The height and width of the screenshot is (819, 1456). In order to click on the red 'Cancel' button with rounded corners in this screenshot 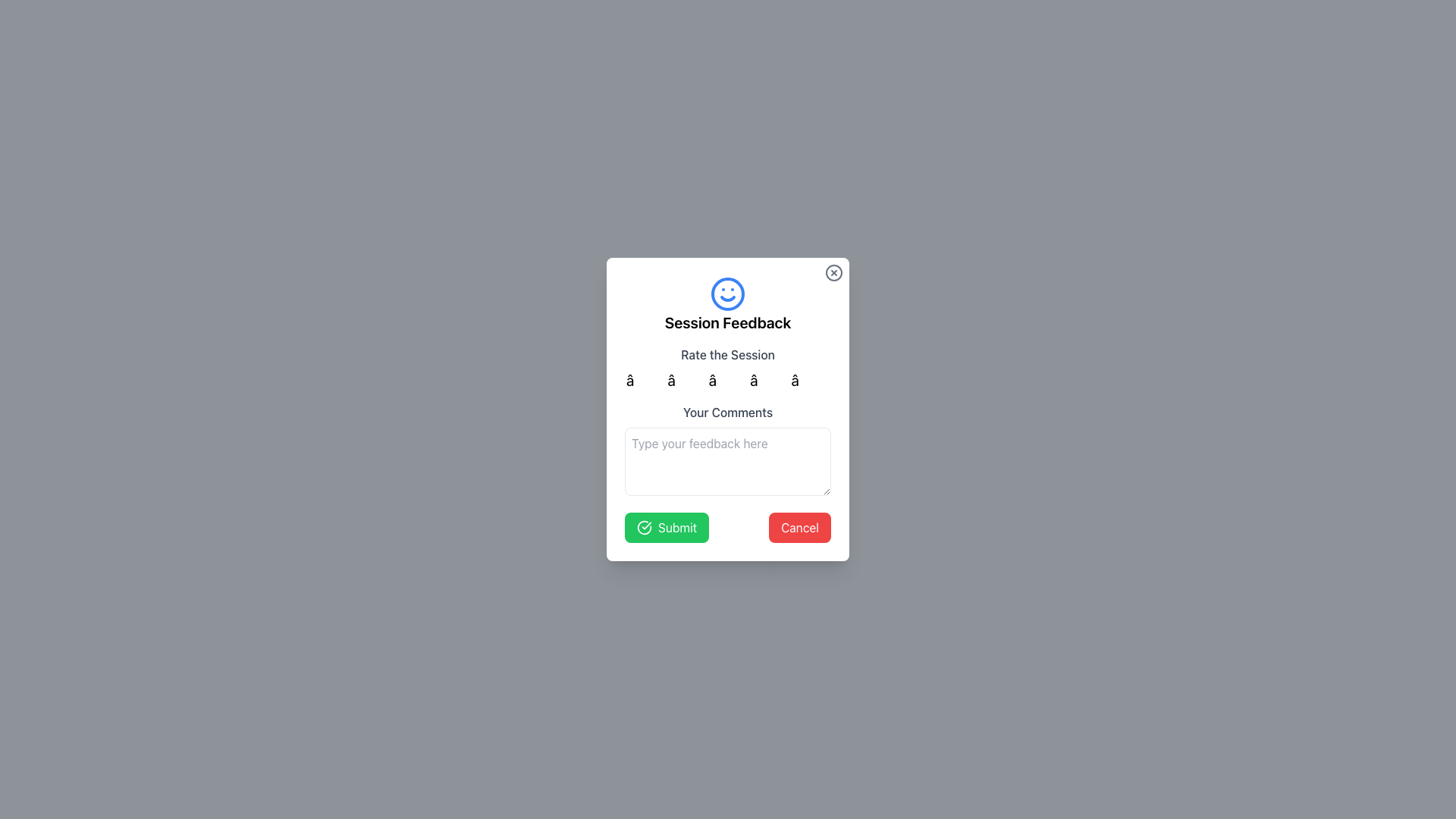, I will do `click(799, 526)`.